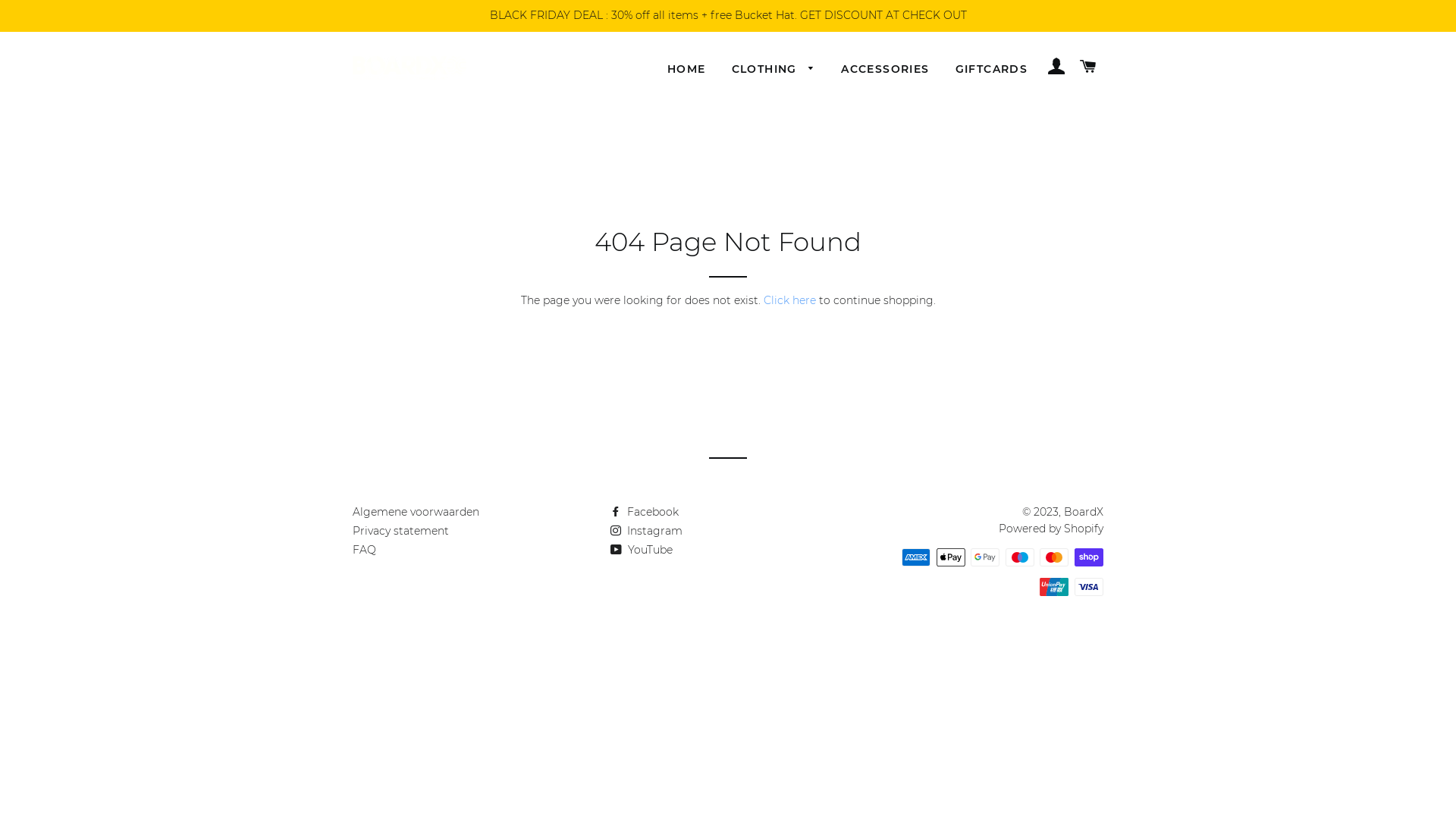 This screenshot has width=1456, height=819. I want to click on 'Algemene voorwaarden', so click(416, 512).